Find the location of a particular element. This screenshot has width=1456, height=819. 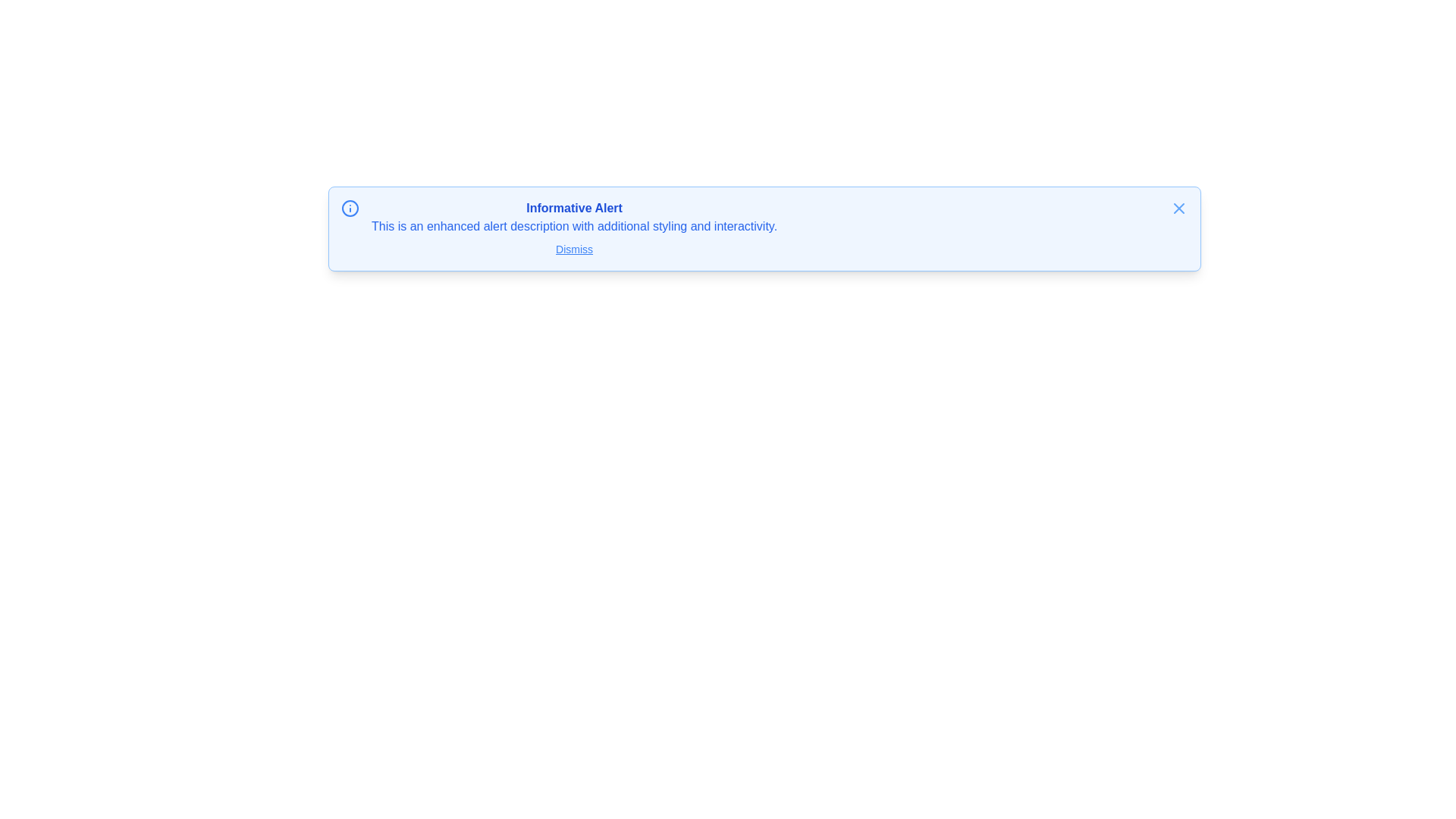

text label providing additional context for the corresponding alert, positioned below the 'Informative Alert' title and above the 'Dismiss' button is located at coordinates (573, 227).